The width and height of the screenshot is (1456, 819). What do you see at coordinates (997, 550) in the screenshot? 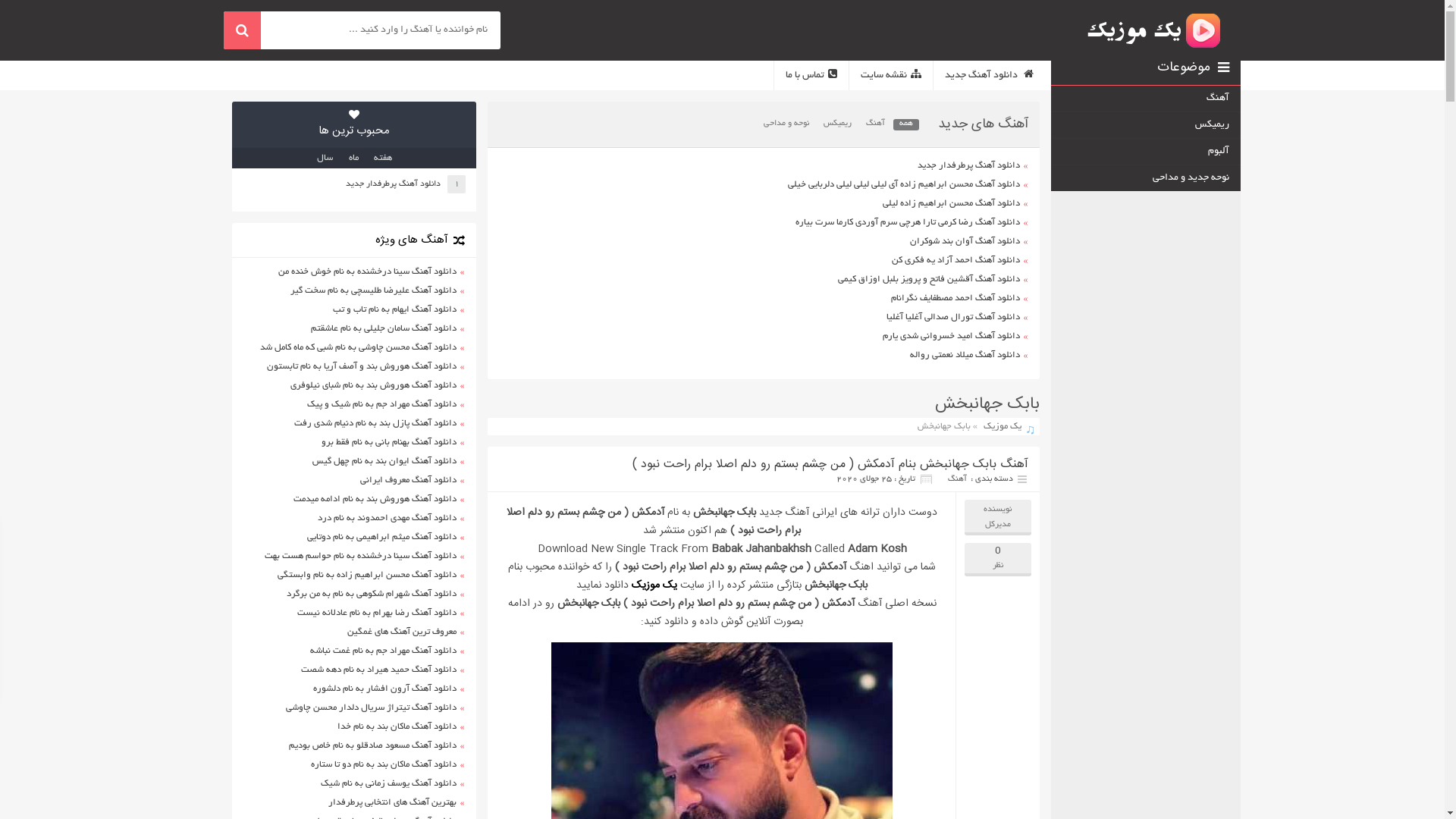
I see `'0'` at bounding box center [997, 550].